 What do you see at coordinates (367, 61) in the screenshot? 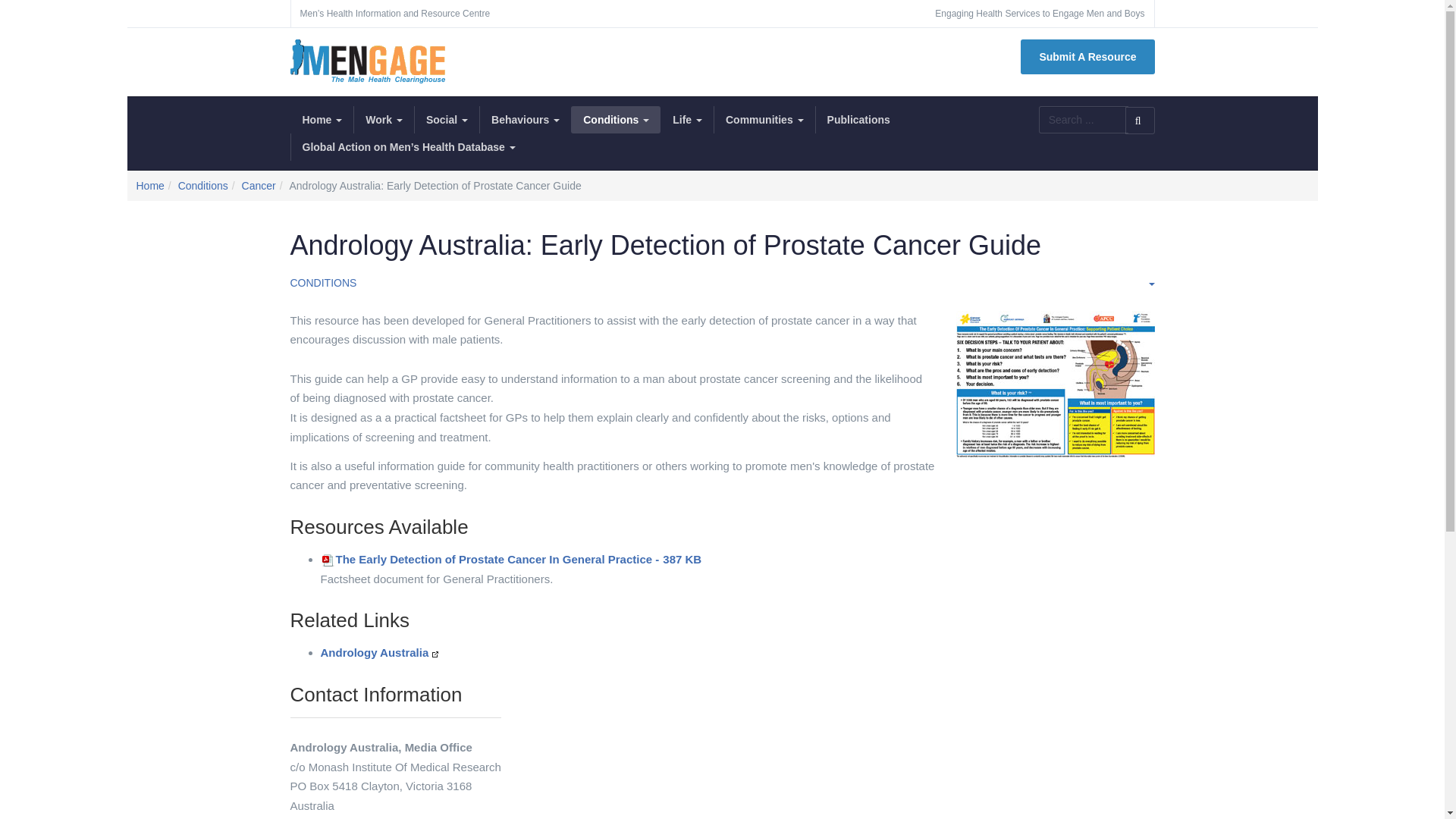
I see `'Mengage'` at bounding box center [367, 61].